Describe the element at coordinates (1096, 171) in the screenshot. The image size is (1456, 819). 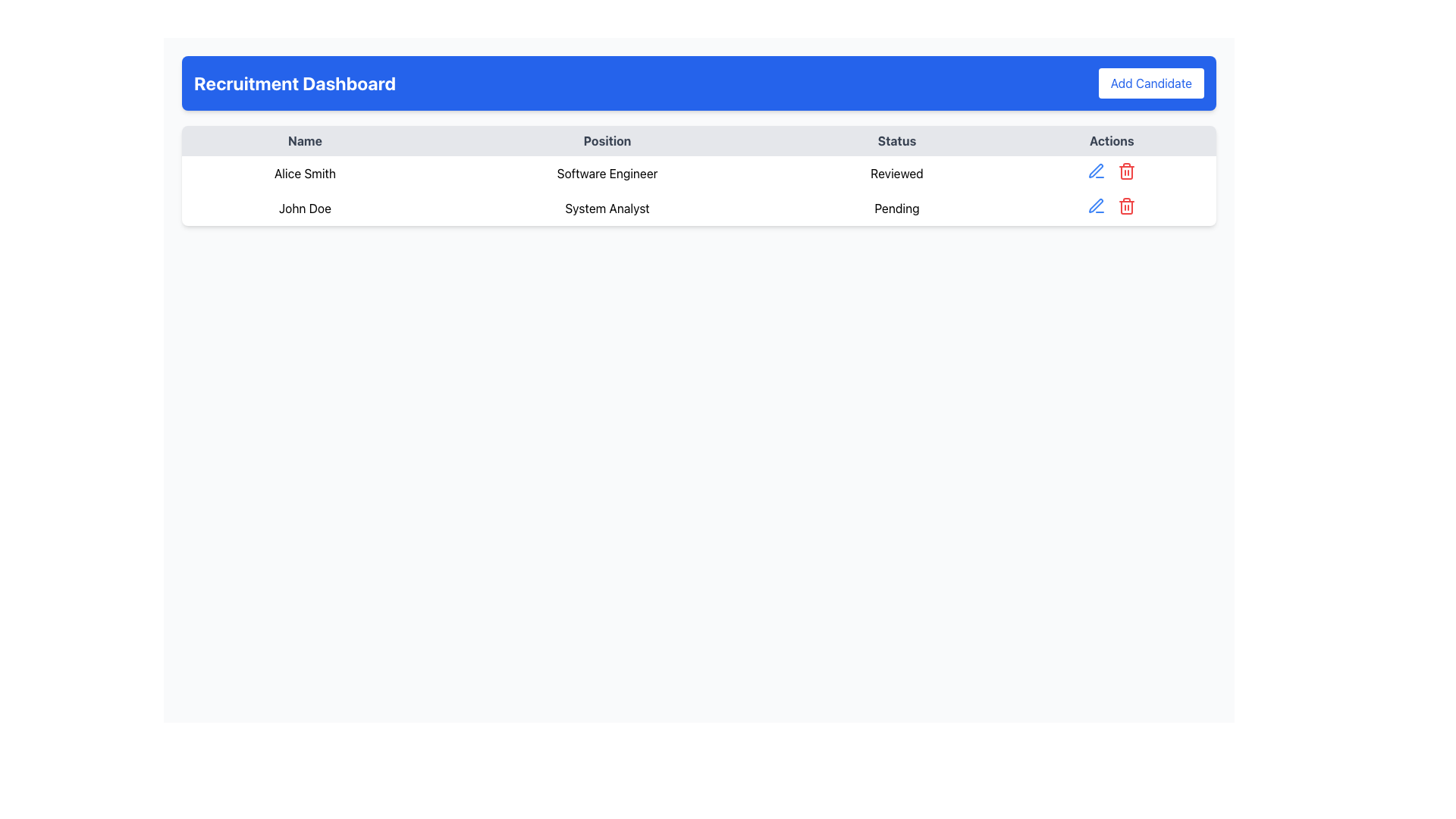
I see `the blue pen icon in the 'Actions' column corresponding to John Doe` at that location.